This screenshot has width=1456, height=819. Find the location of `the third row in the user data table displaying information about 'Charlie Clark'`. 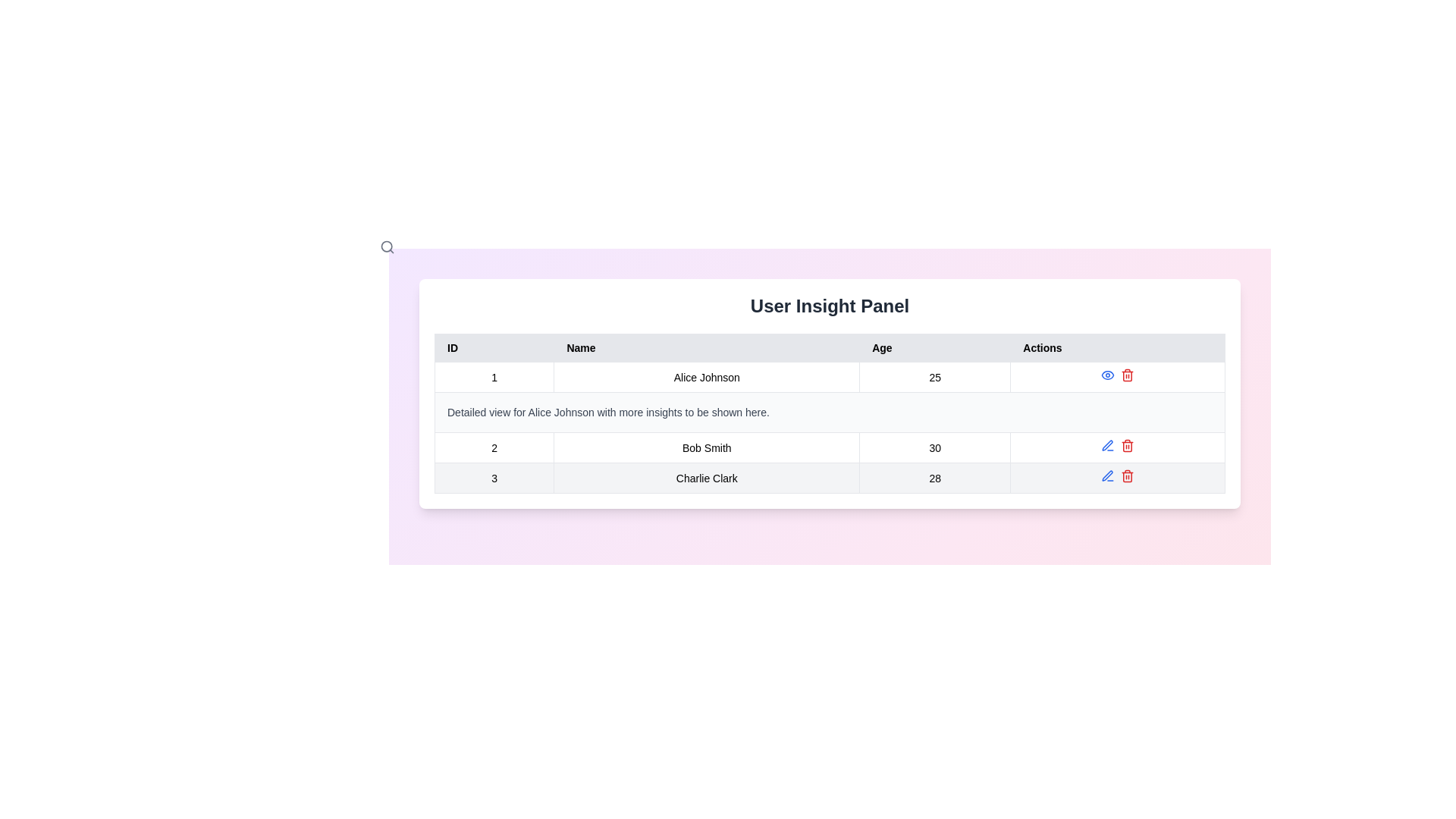

the third row in the user data table displaying information about 'Charlie Clark' is located at coordinates (829, 478).